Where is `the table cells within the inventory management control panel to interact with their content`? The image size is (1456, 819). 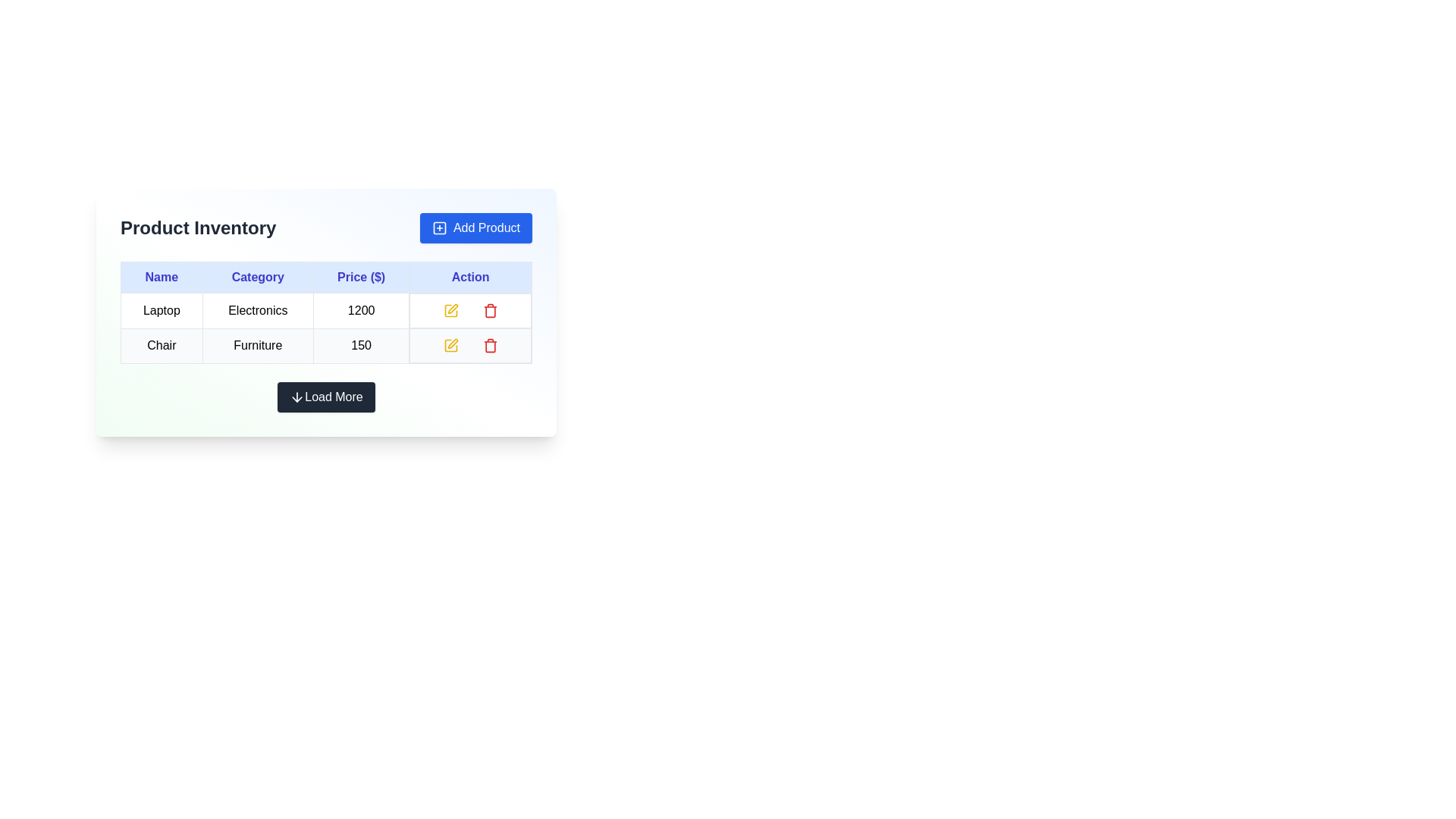 the table cells within the inventory management control panel to interact with their content is located at coordinates (325, 312).